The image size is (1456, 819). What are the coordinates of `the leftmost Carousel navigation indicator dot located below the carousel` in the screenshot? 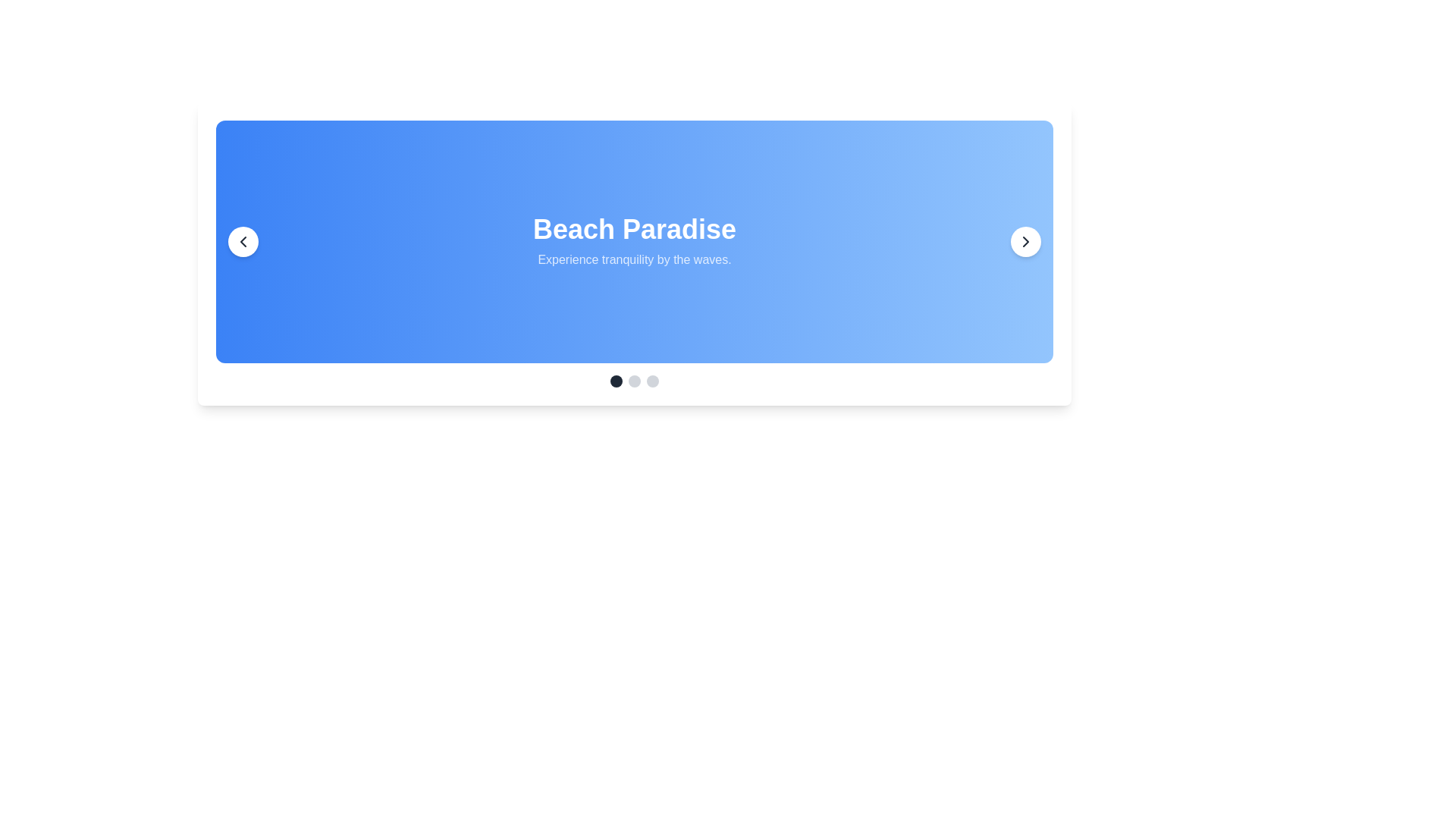 It's located at (616, 380).